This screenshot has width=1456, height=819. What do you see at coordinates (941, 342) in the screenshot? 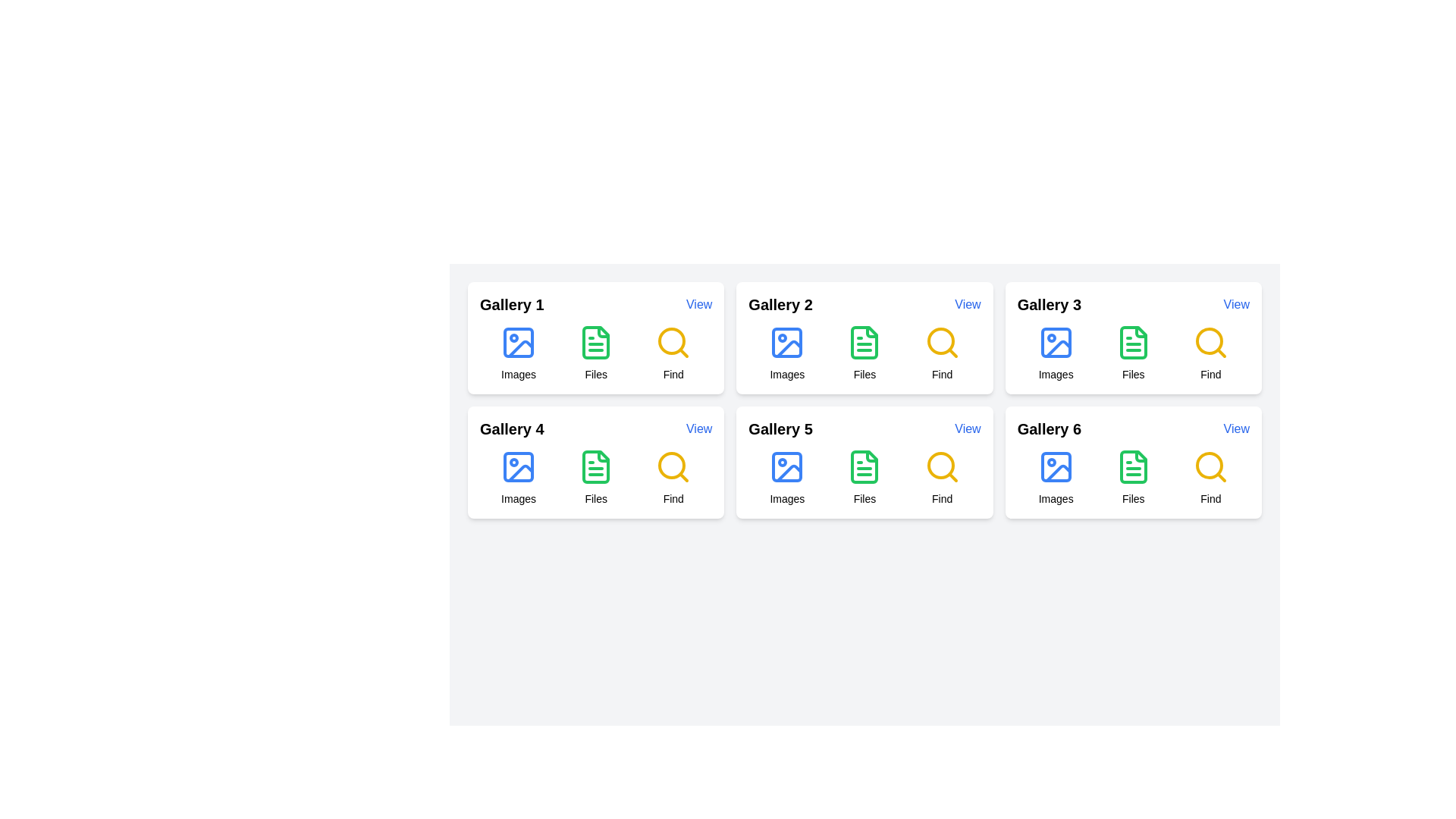
I see `the yellow magnifying glass icon labeled 'Find'` at bounding box center [941, 342].